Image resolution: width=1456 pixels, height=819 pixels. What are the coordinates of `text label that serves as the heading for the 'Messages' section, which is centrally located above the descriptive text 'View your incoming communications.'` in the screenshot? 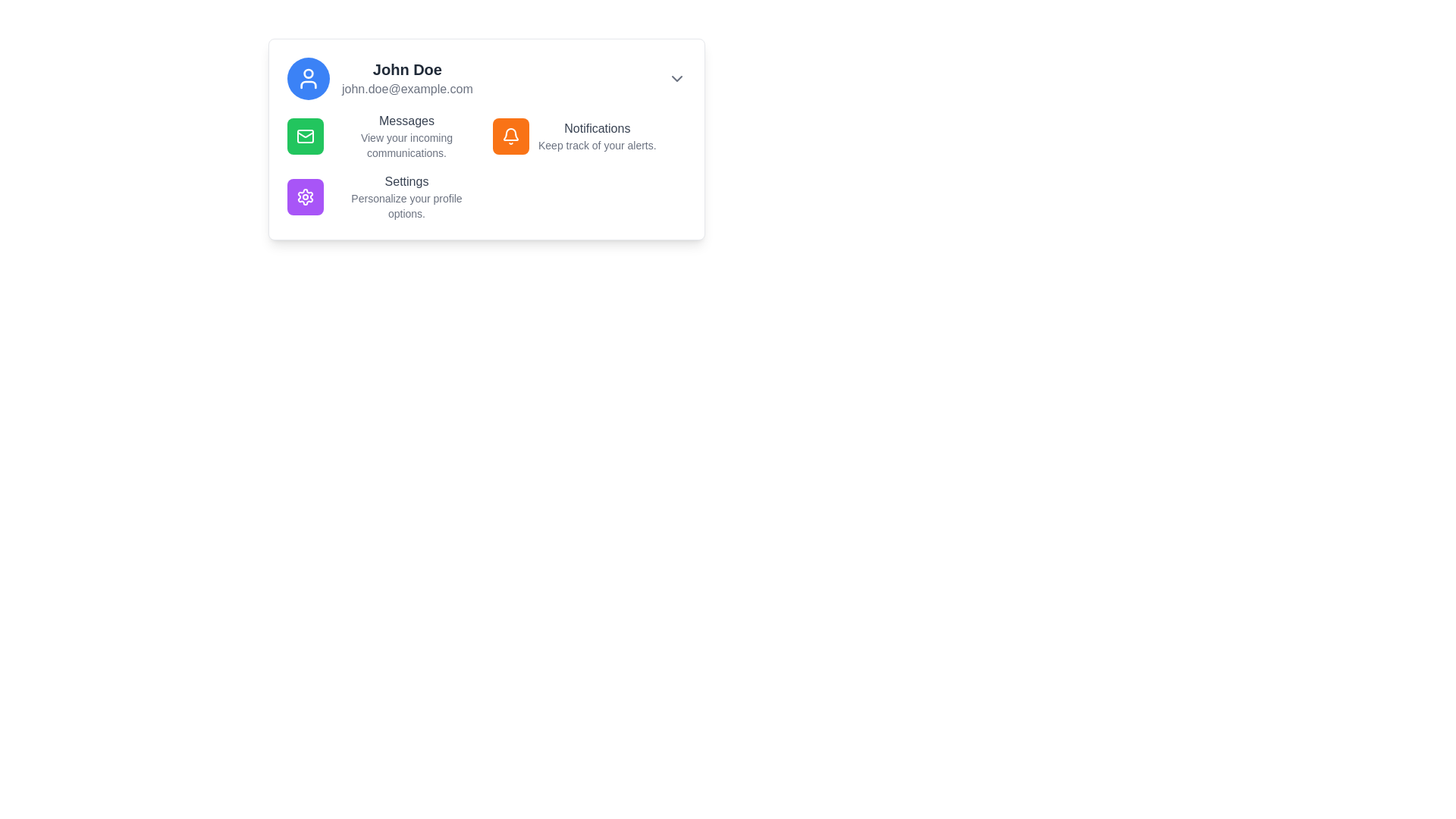 It's located at (406, 120).